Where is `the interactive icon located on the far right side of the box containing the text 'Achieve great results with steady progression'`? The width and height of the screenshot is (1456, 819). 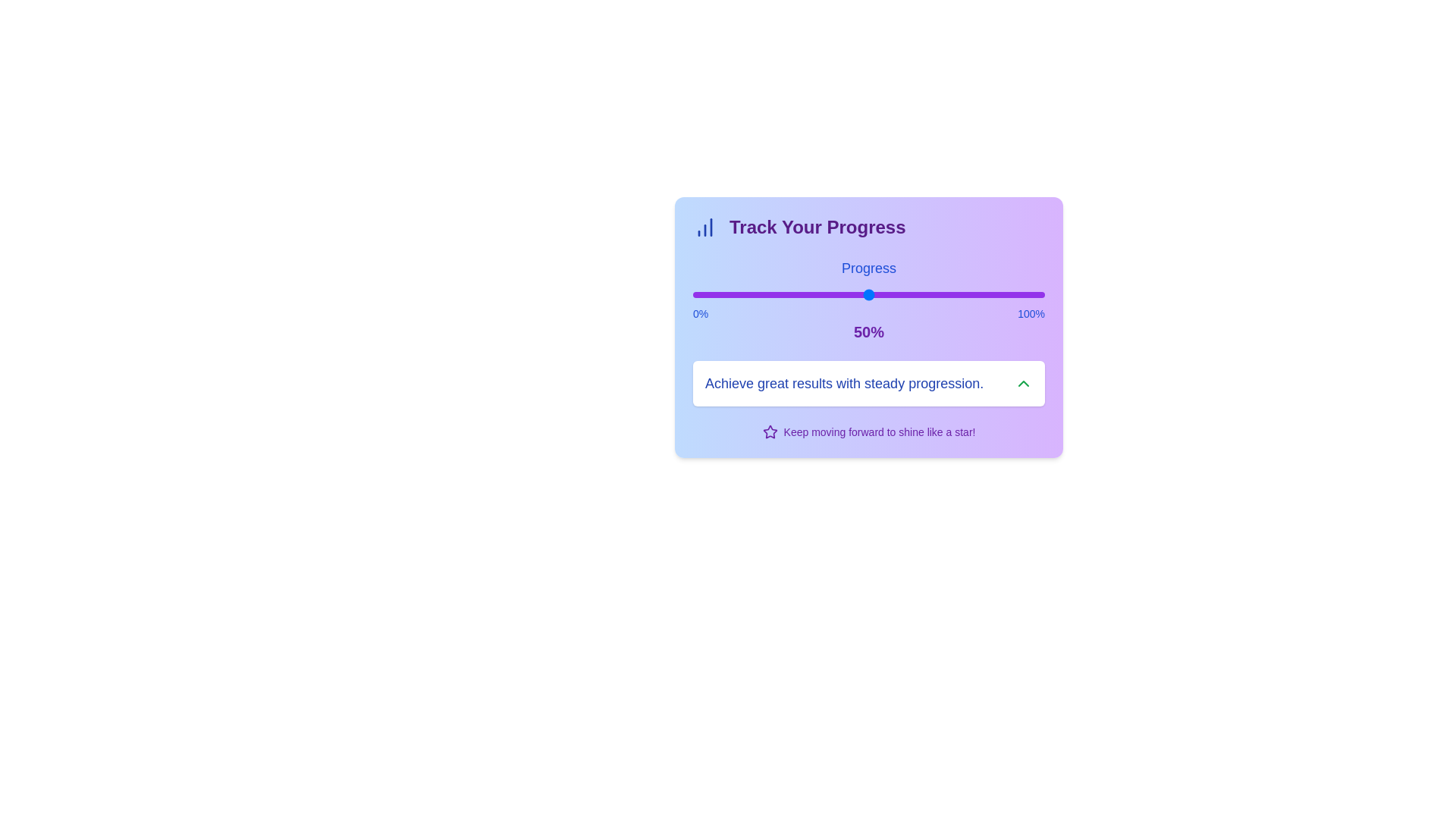
the interactive icon located on the far right side of the box containing the text 'Achieve great results with steady progression' is located at coordinates (1023, 382).